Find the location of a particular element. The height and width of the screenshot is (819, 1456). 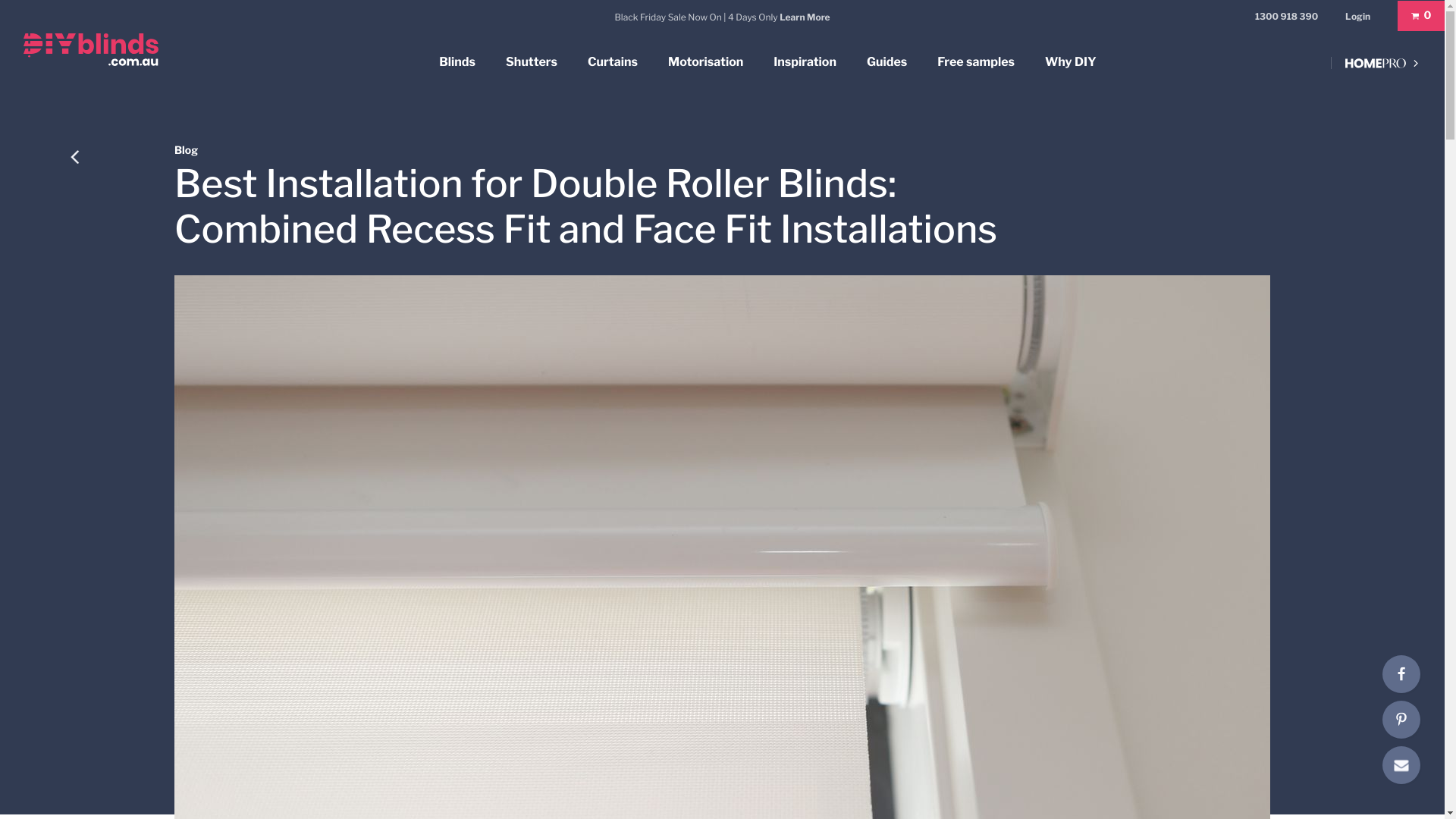

'Shutters' is located at coordinates (531, 61).